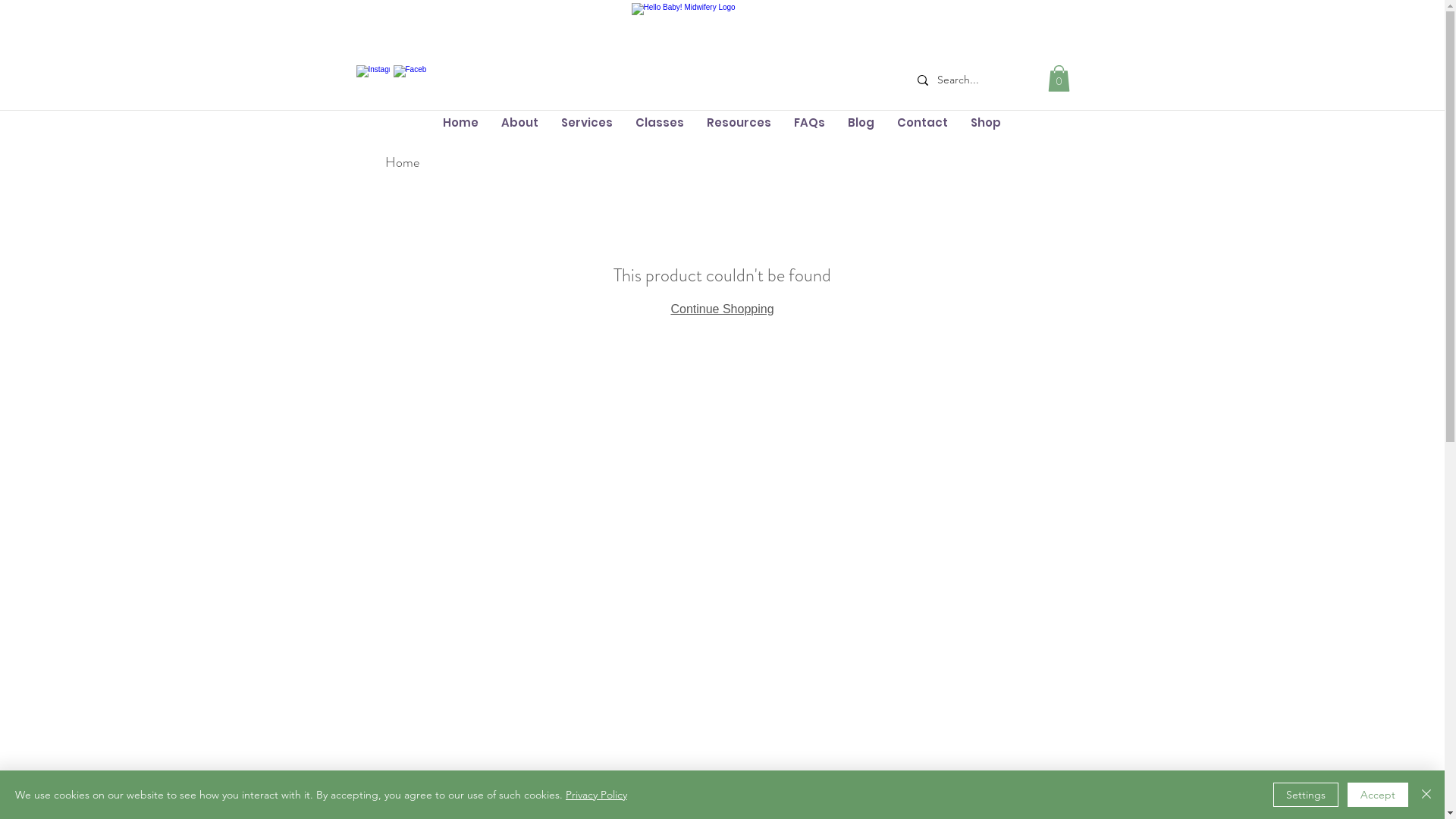  Describe the element at coordinates (658, 121) in the screenshot. I see `'Classes'` at that location.